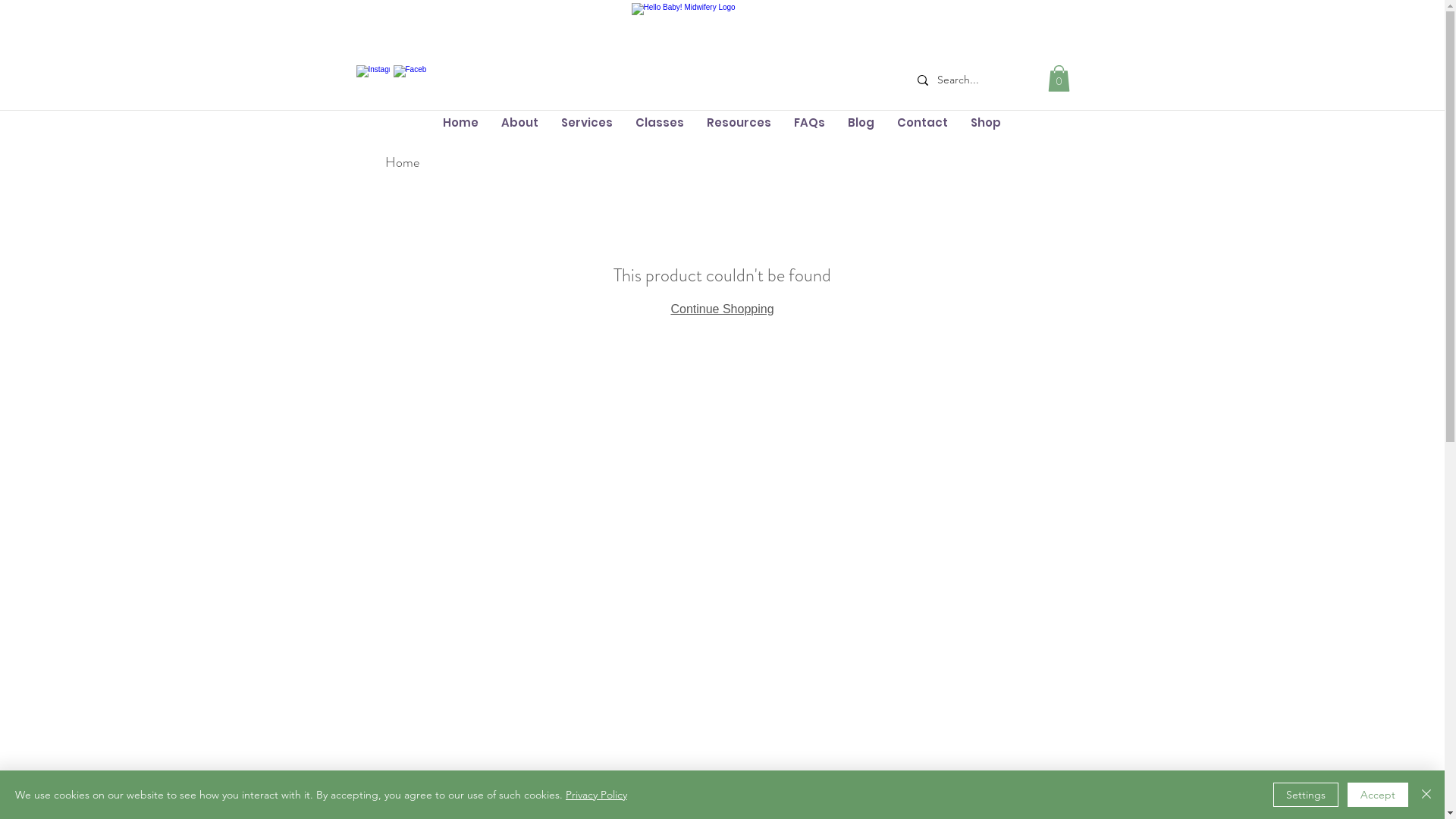  Describe the element at coordinates (658, 121) in the screenshot. I see `'Classes'` at that location.